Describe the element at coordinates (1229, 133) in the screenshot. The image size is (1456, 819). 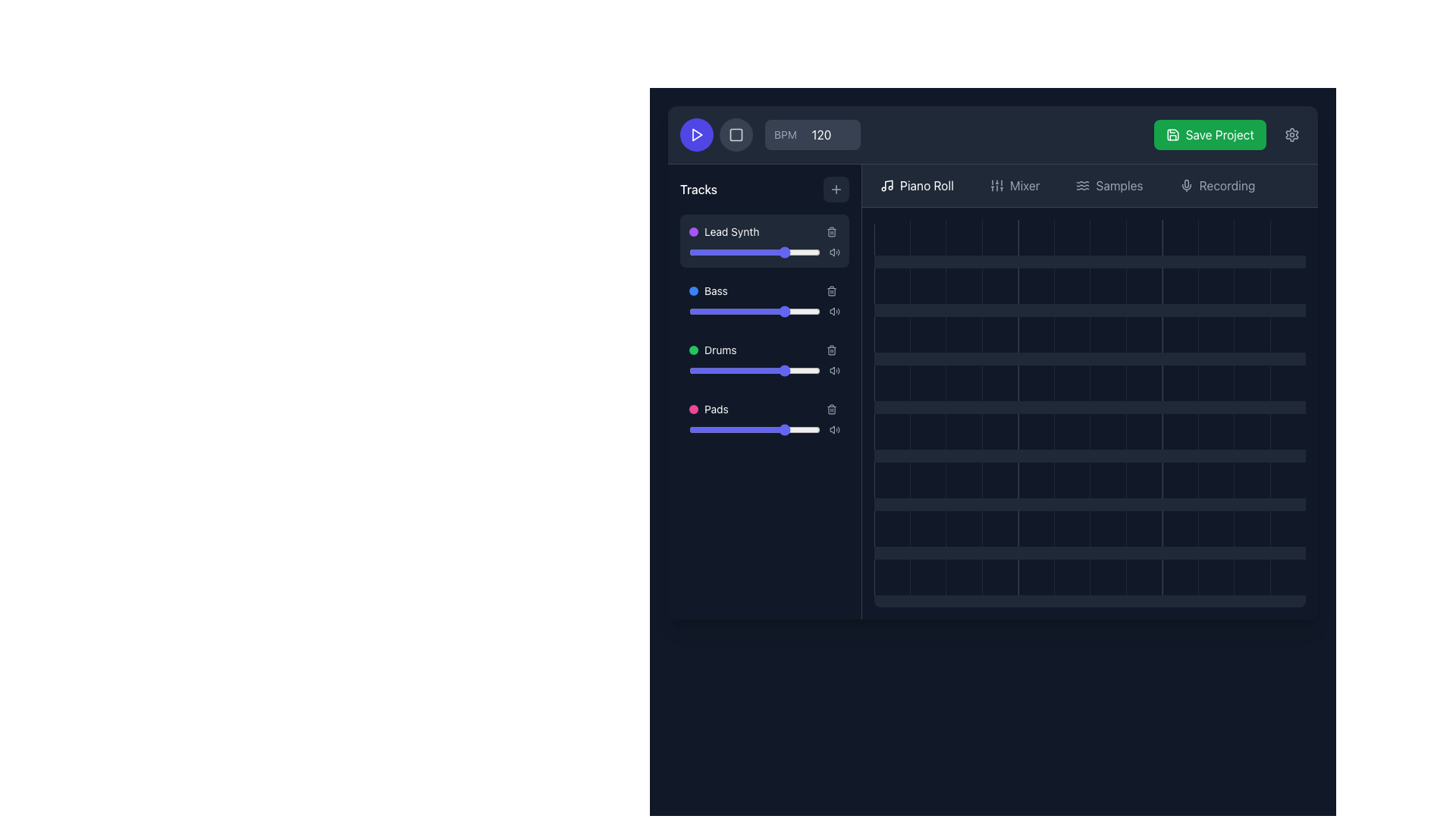
I see `the 'Save Project' button, which is a bright green rectangular button with white text and a floppy disk icon` at that location.